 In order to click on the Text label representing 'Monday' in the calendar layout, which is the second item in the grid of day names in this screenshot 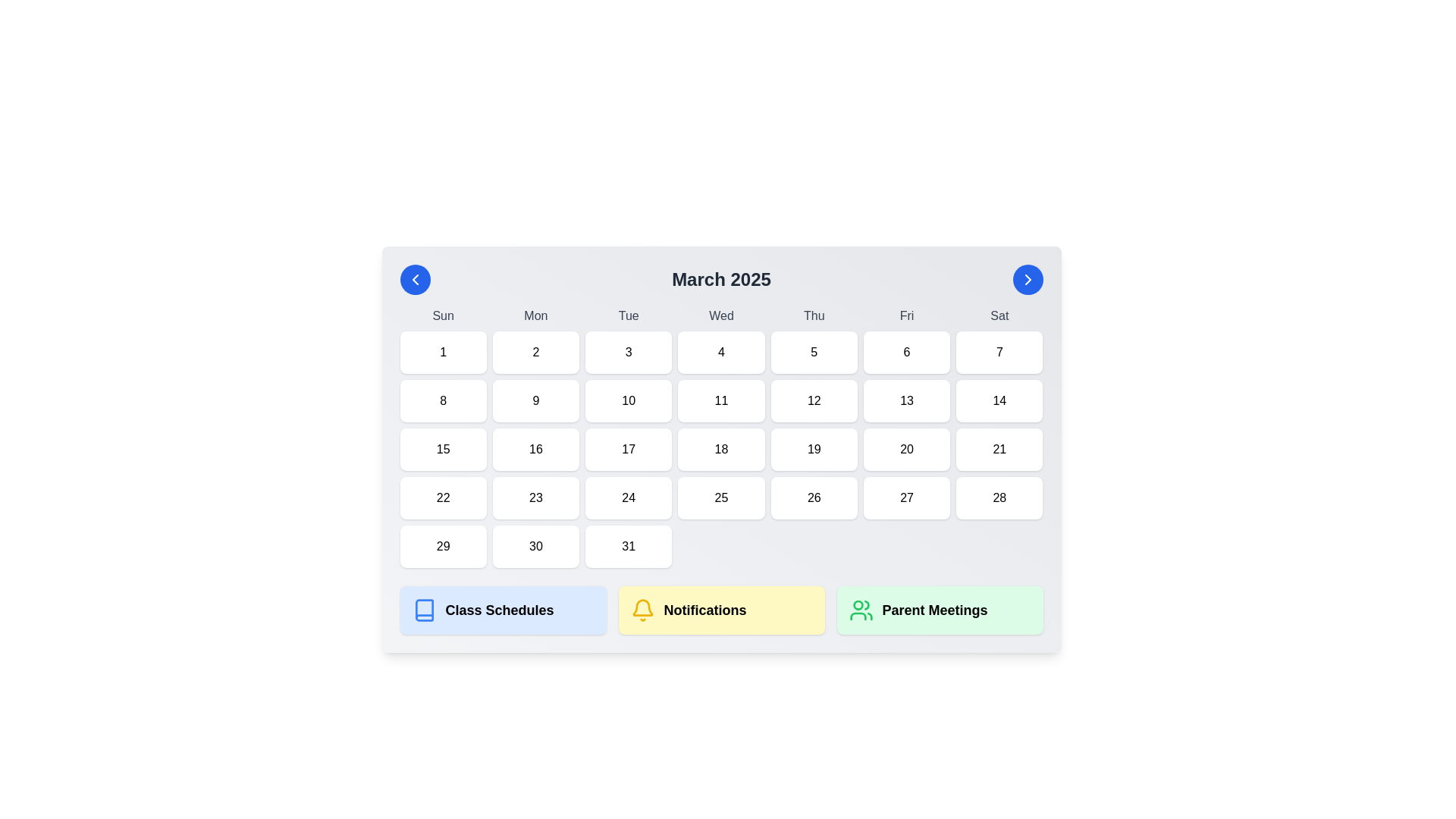, I will do `click(535, 315)`.